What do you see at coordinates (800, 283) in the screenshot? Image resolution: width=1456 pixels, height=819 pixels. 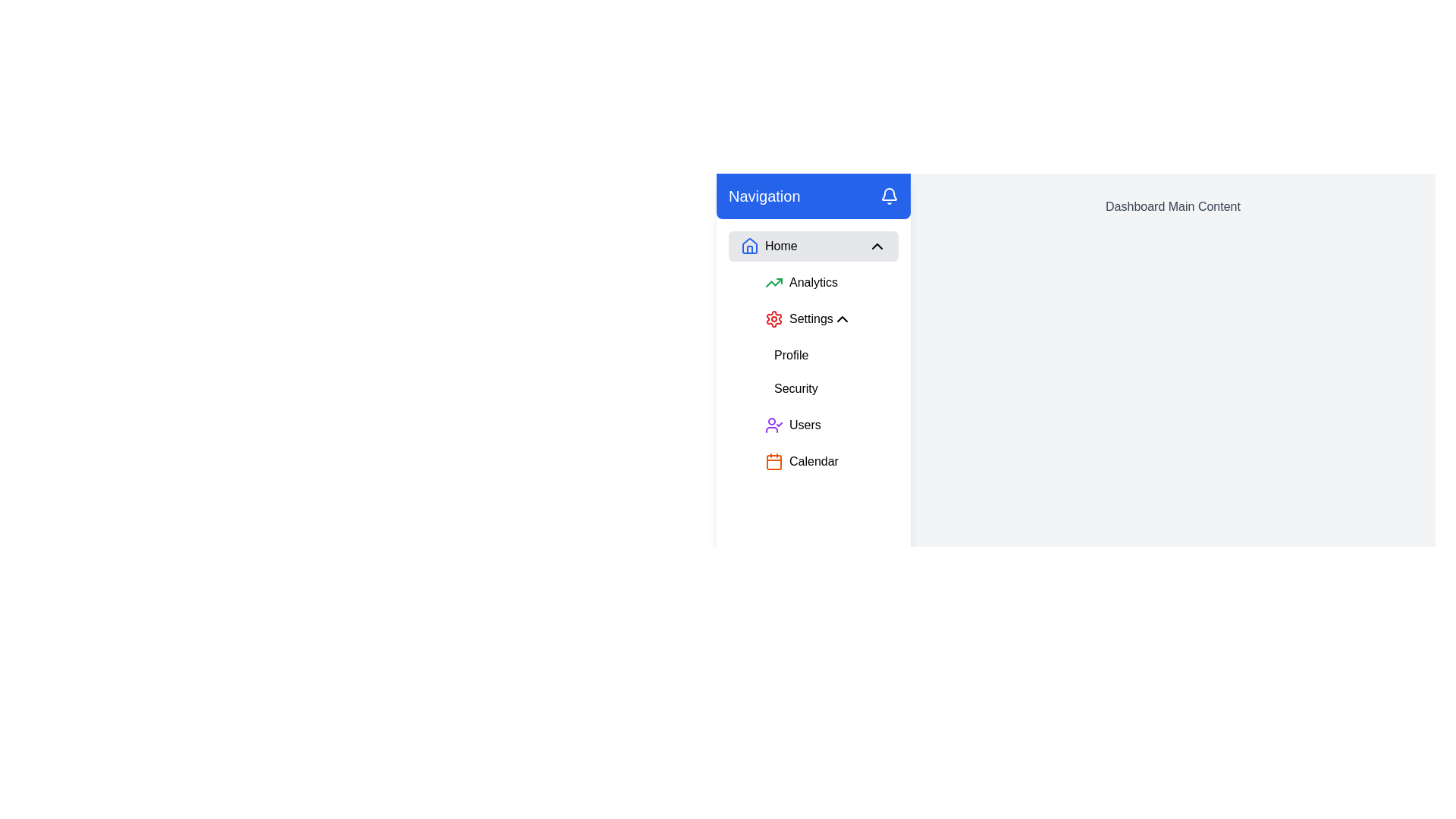 I see `the 'Analytics' button located in the vertical navigation menu` at bounding box center [800, 283].